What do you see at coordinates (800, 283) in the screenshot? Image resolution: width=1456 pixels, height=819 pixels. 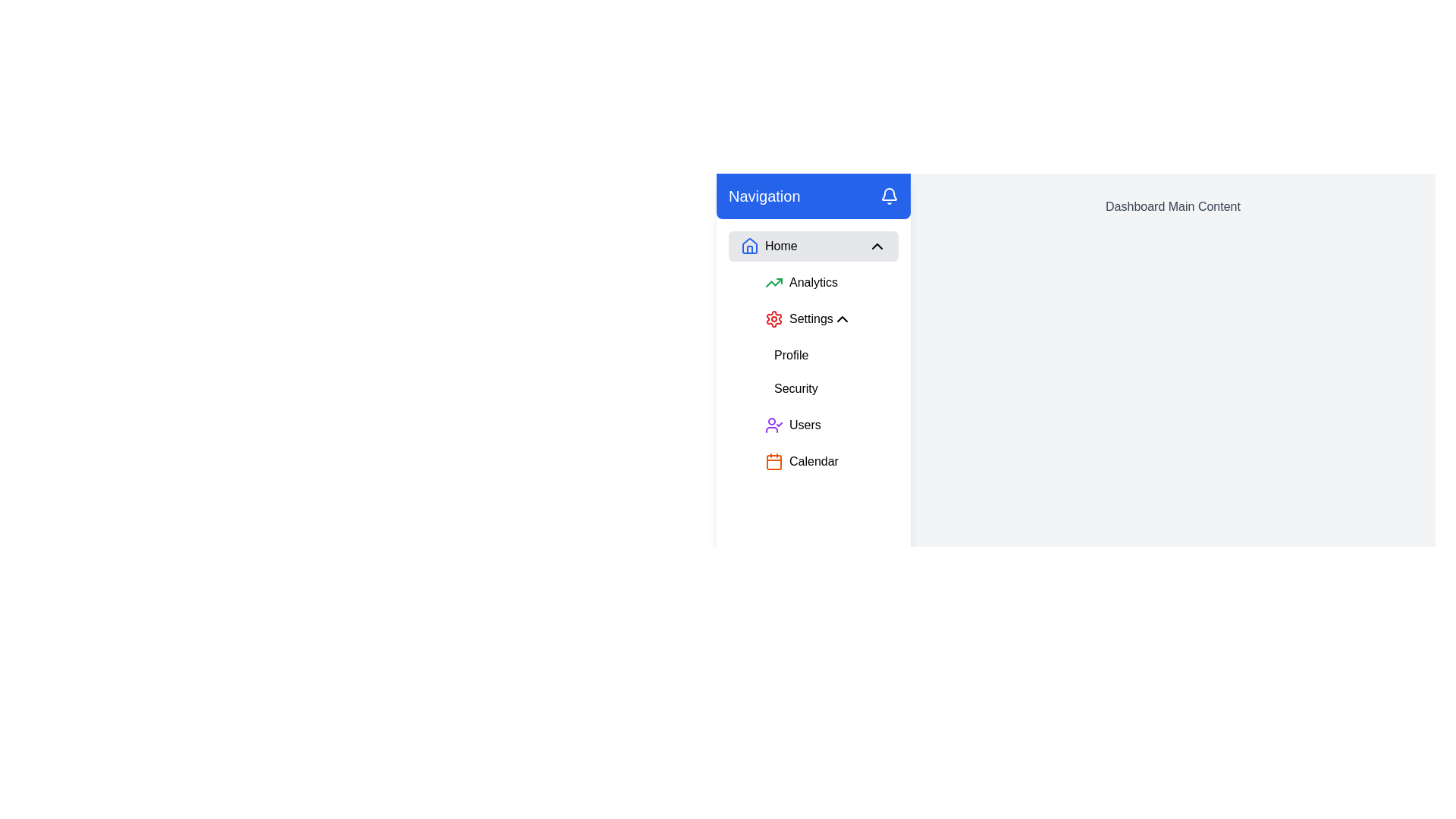 I see `the 'Analytics' button located in the vertical navigation menu` at bounding box center [800, 283].